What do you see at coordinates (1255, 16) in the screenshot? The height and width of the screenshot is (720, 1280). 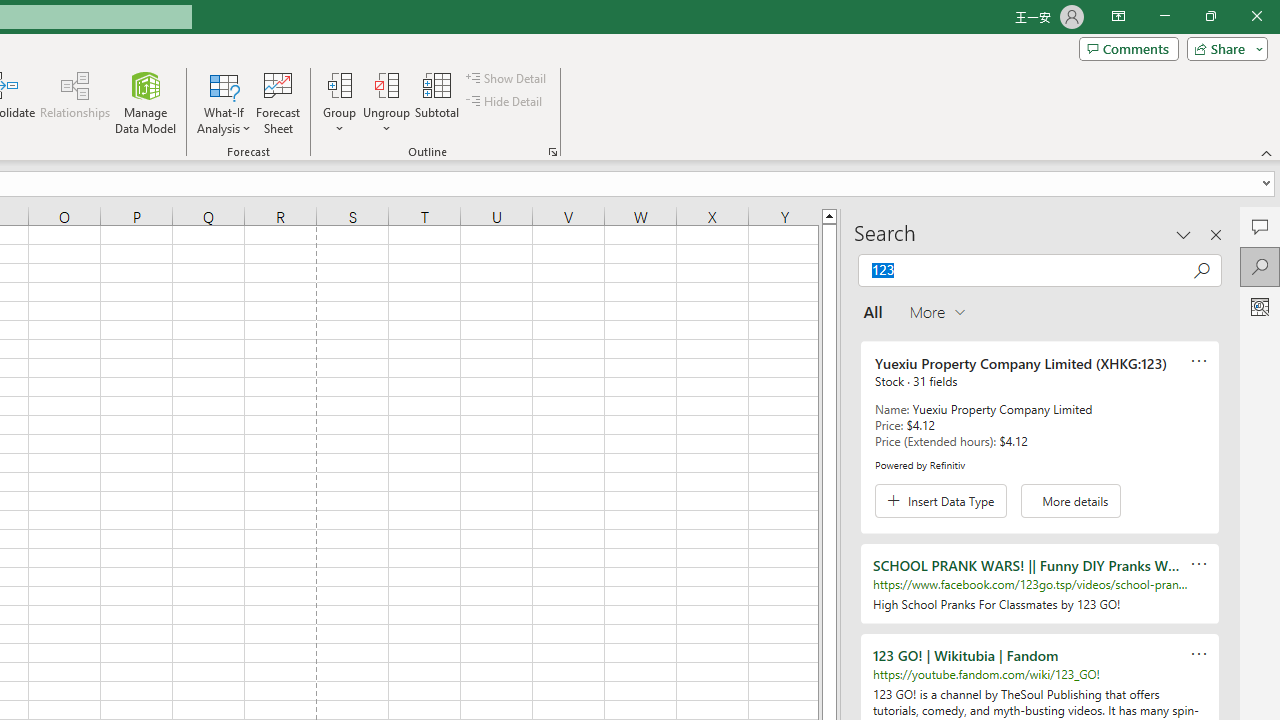 I see `'Close'` at bounding box center [1255, 16].